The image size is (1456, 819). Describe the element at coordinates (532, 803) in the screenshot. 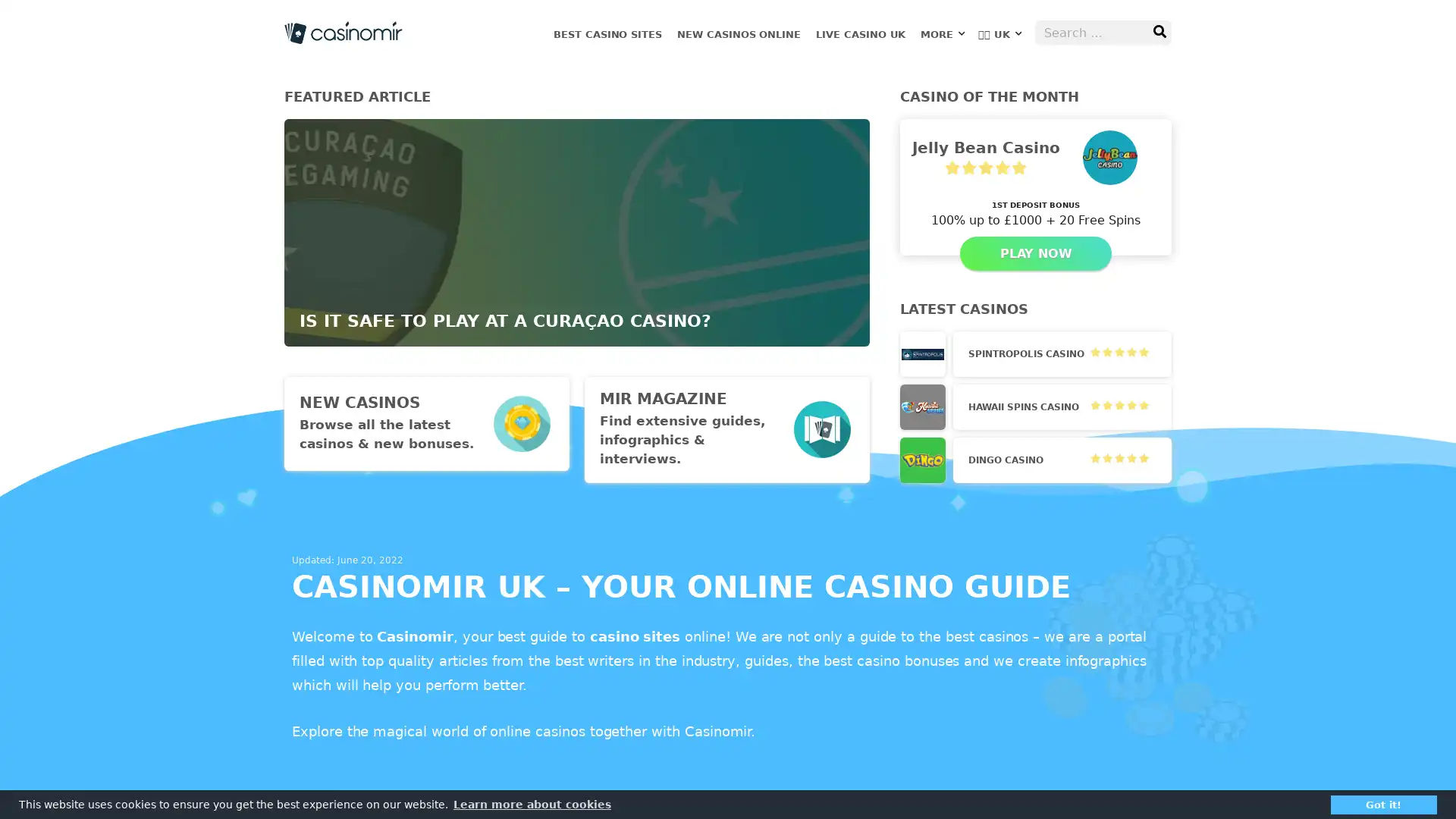

I see `learn more about cookies` at that location.